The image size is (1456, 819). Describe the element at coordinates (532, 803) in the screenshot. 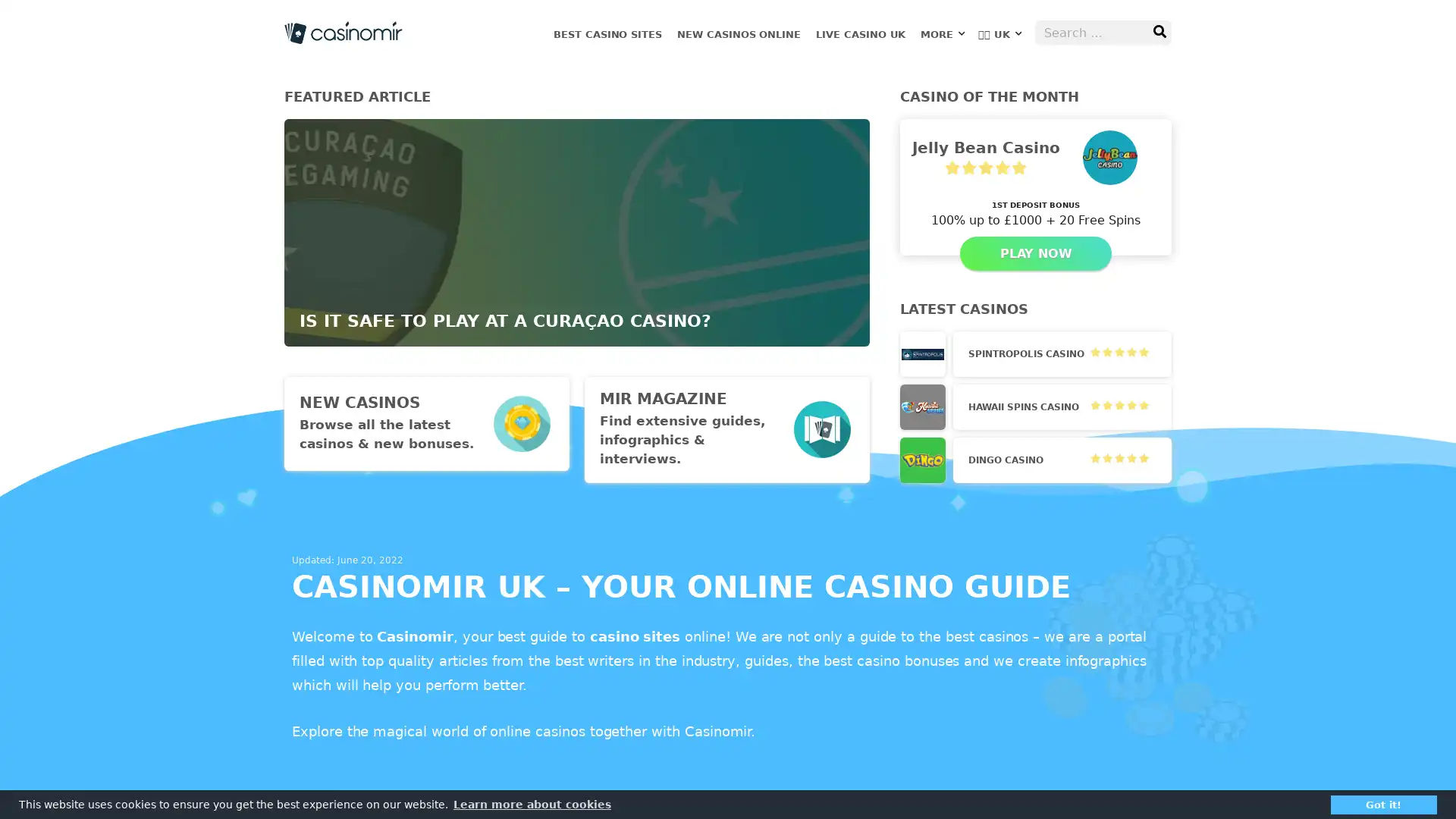

I see `learn more about cookies` at that location.